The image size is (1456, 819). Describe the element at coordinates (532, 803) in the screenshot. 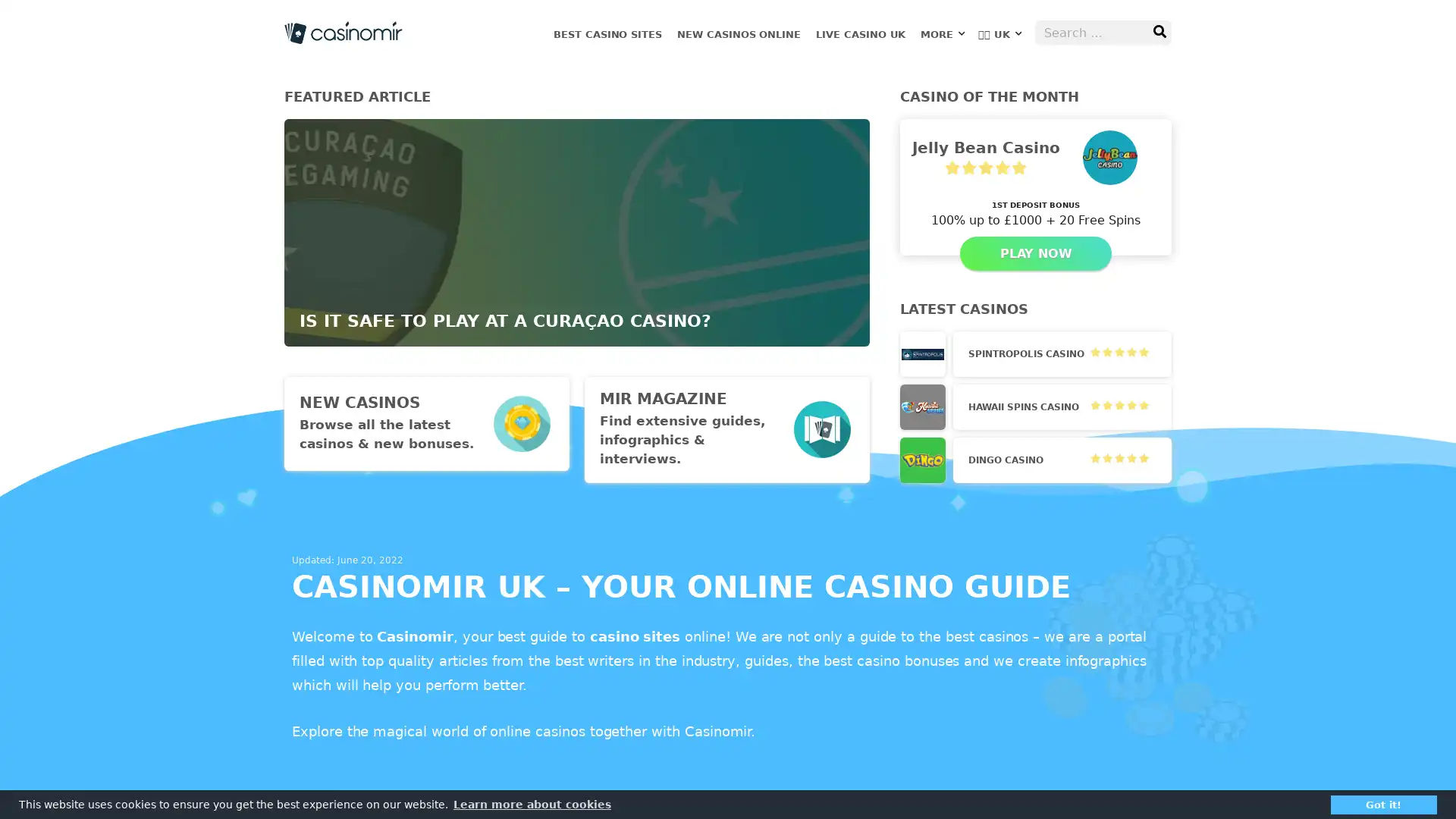

I see `learn more about cookies` at that location.